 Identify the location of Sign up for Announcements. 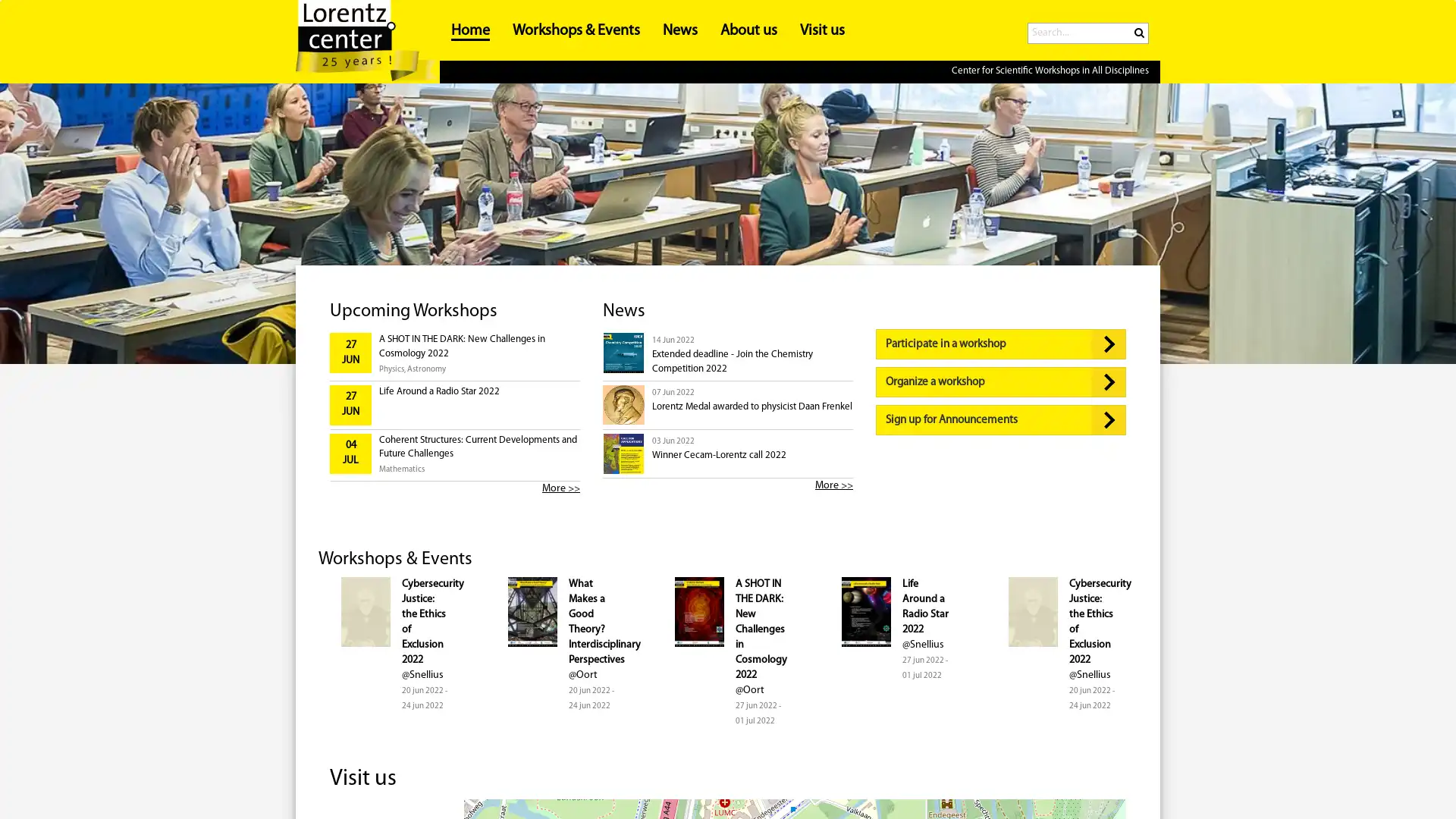
(1001, 420).